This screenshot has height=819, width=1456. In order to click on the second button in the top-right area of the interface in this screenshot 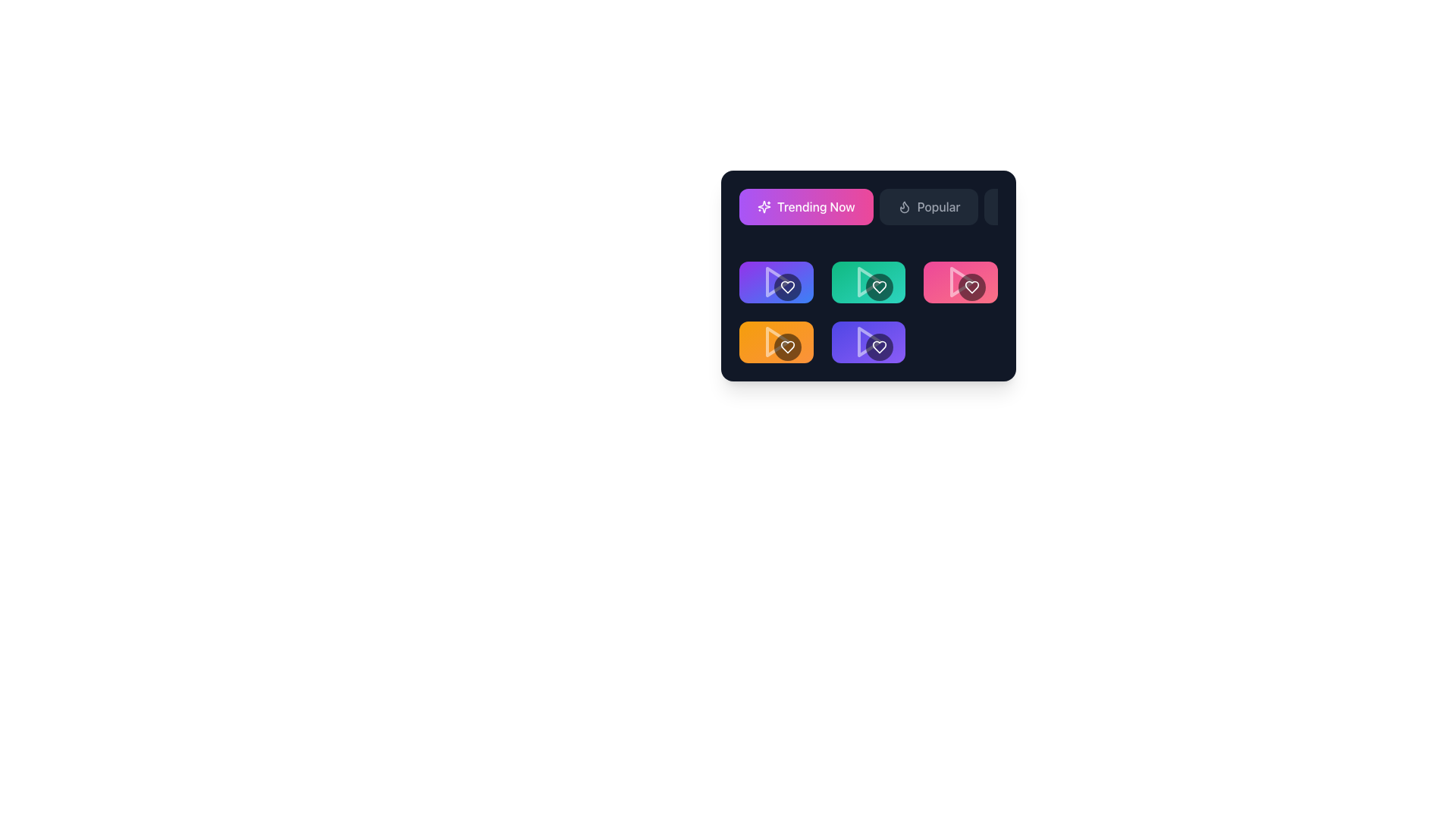, I will do `click(944, 275)`.